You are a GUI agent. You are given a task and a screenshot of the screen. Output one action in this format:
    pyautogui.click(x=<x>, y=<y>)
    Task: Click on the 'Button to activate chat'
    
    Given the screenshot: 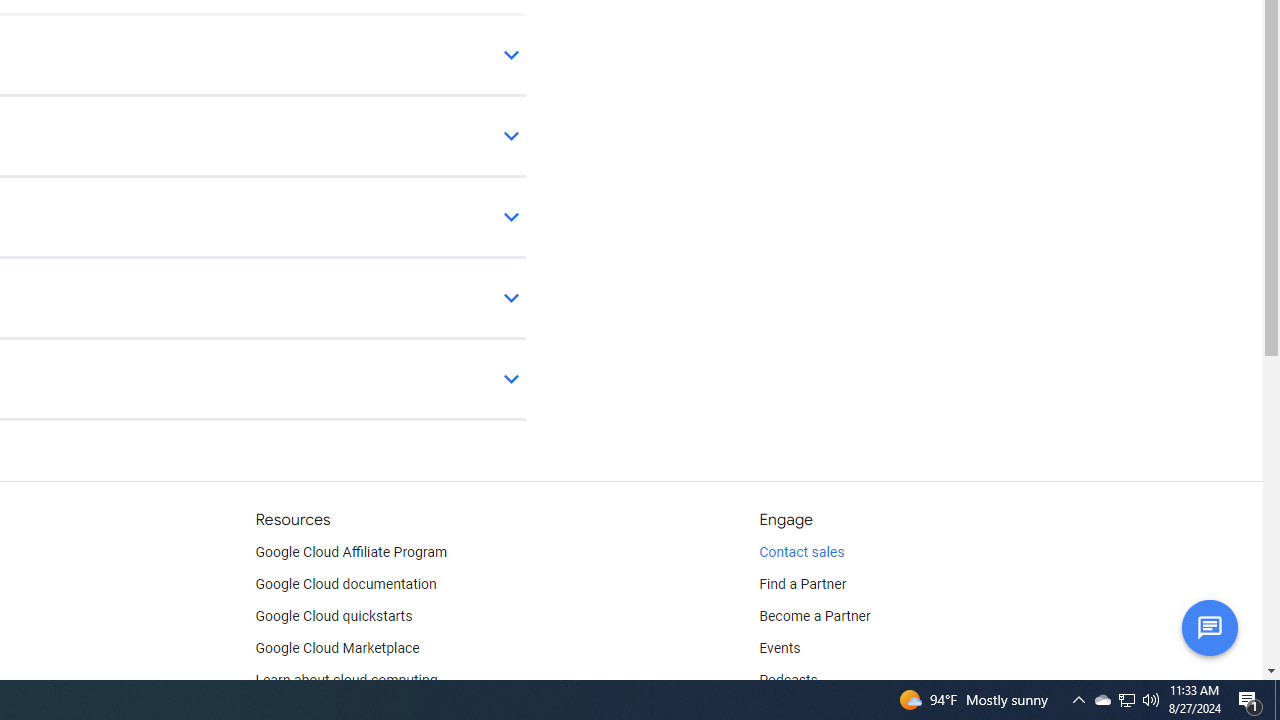 What is the action you would take?
    pyautogui.click(x=1208, y=626)
    